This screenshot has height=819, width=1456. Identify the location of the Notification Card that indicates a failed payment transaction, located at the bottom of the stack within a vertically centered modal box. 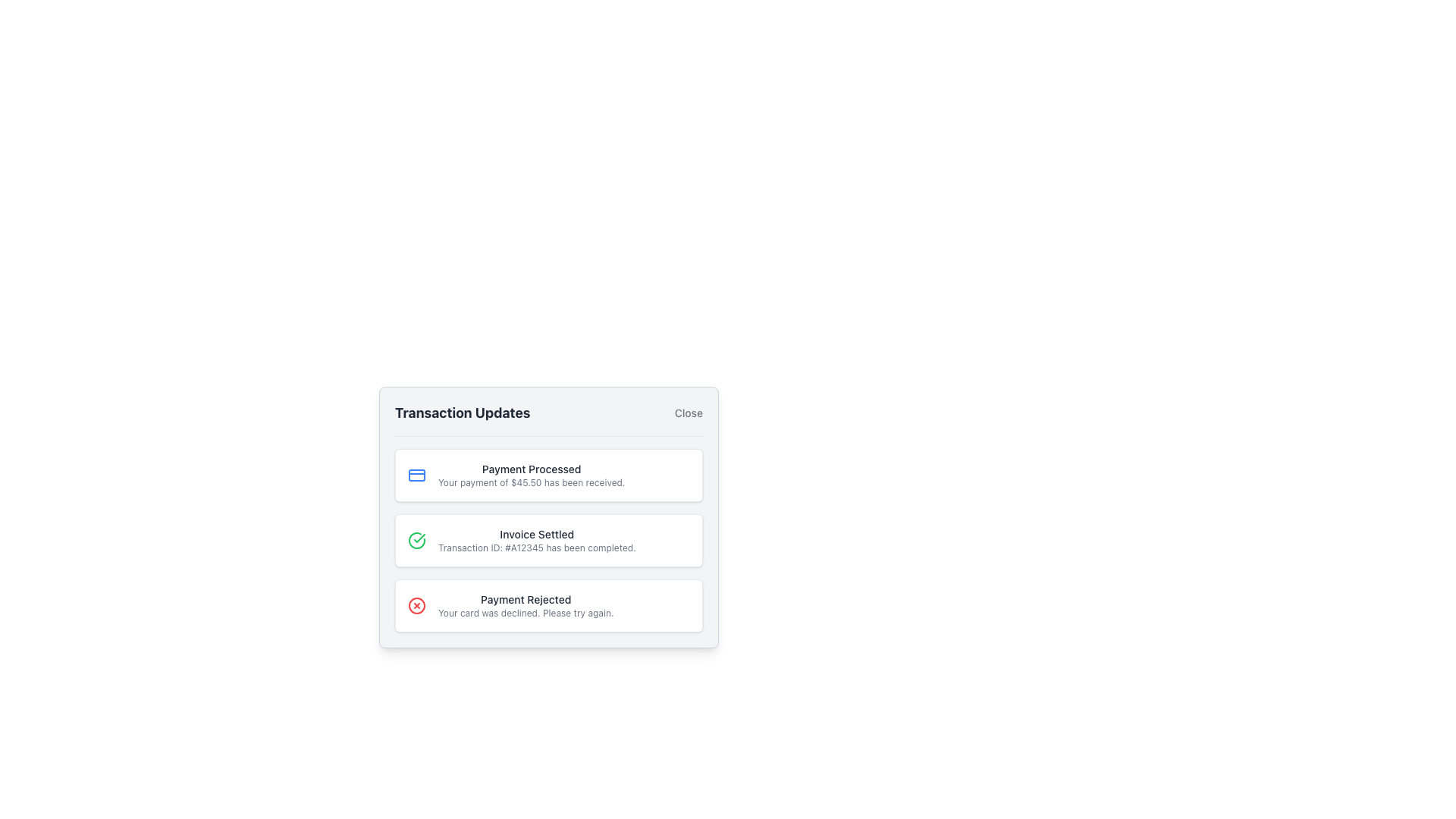
(548, 604).